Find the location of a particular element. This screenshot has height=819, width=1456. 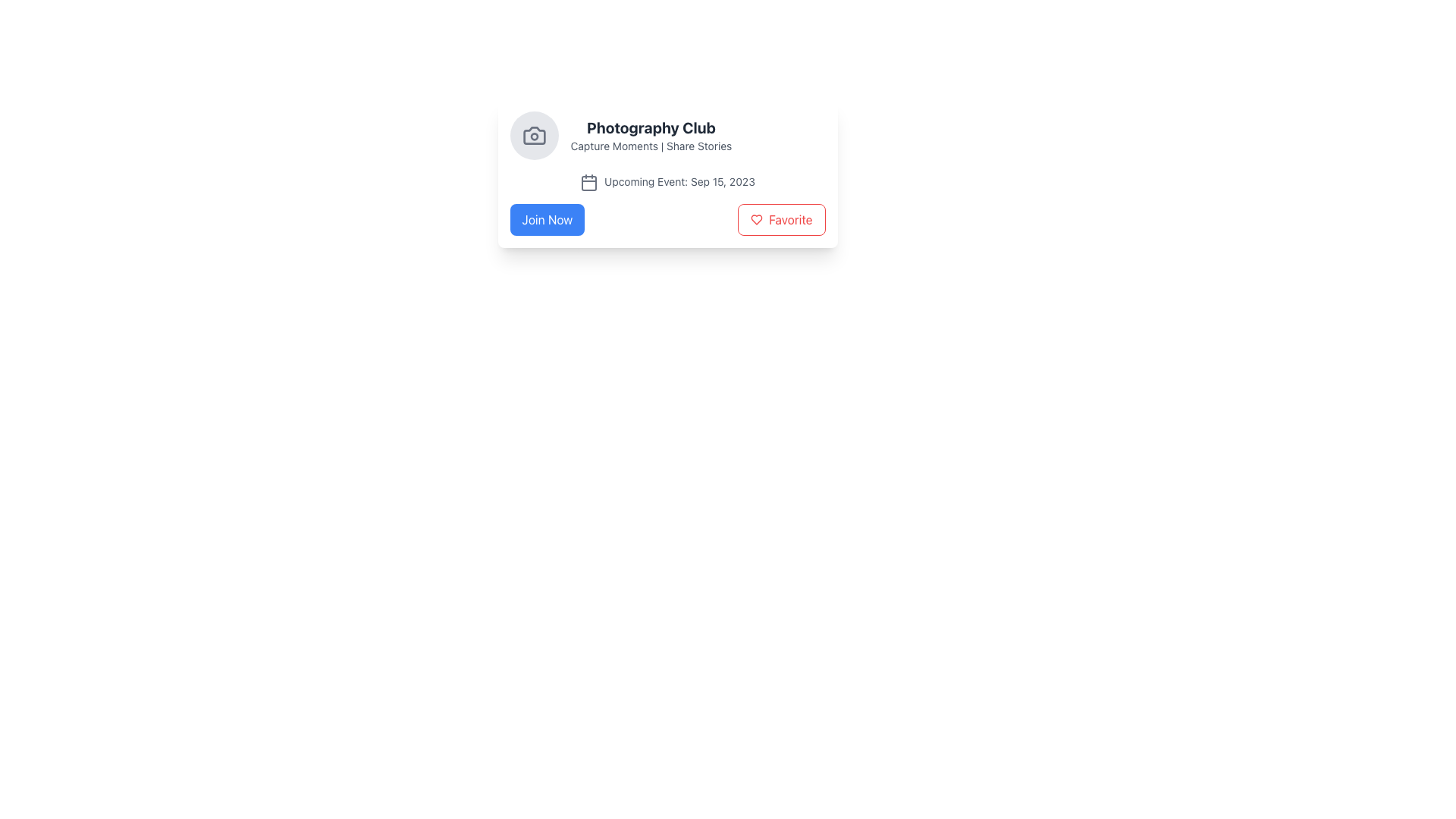

the circular camera icon with a light gray background, located next to the 'Photography Club' text block is located at coordinates (534, 134).